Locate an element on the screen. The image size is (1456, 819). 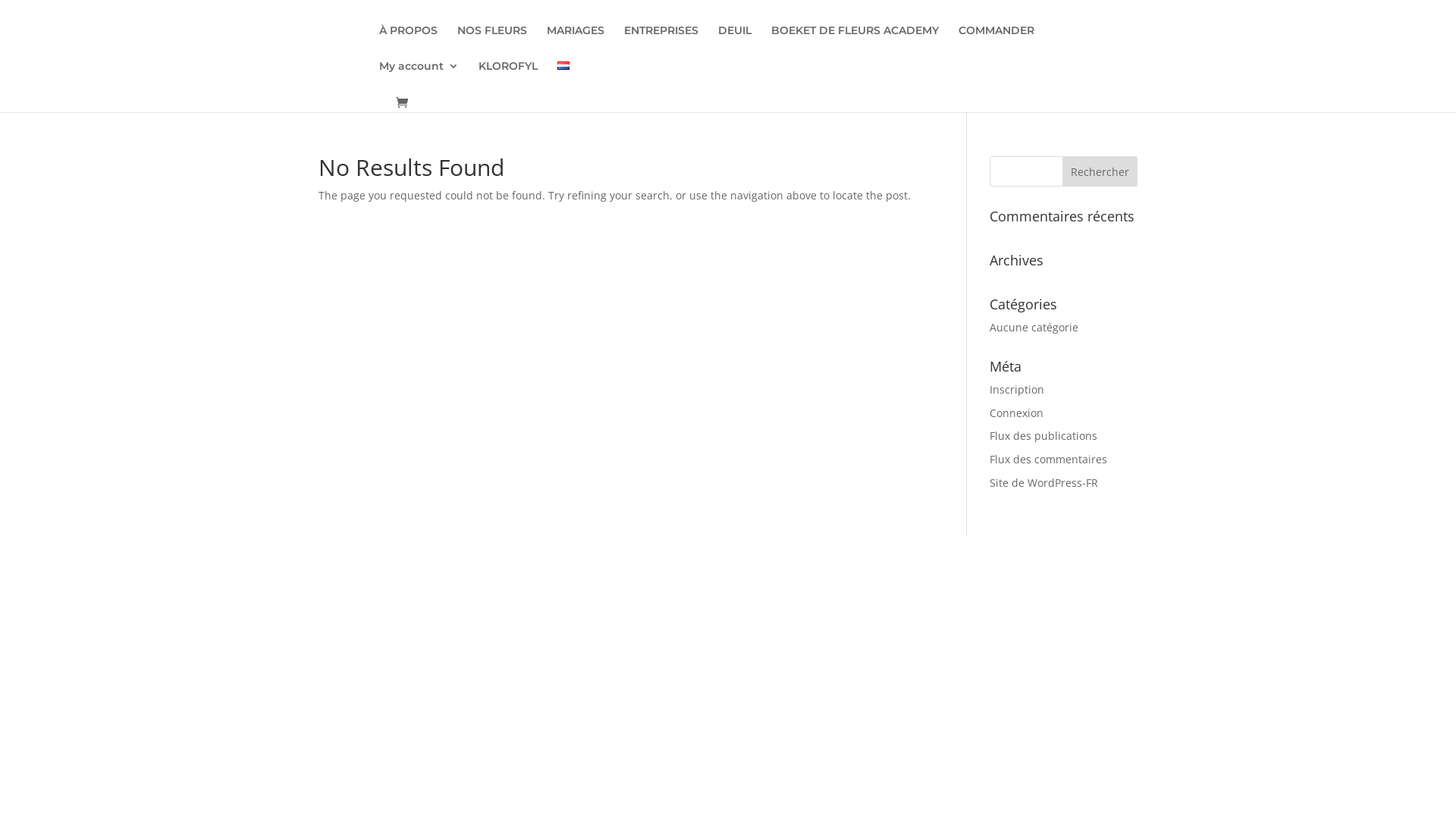
'Connexion' is located at coordinates (1016, 413).